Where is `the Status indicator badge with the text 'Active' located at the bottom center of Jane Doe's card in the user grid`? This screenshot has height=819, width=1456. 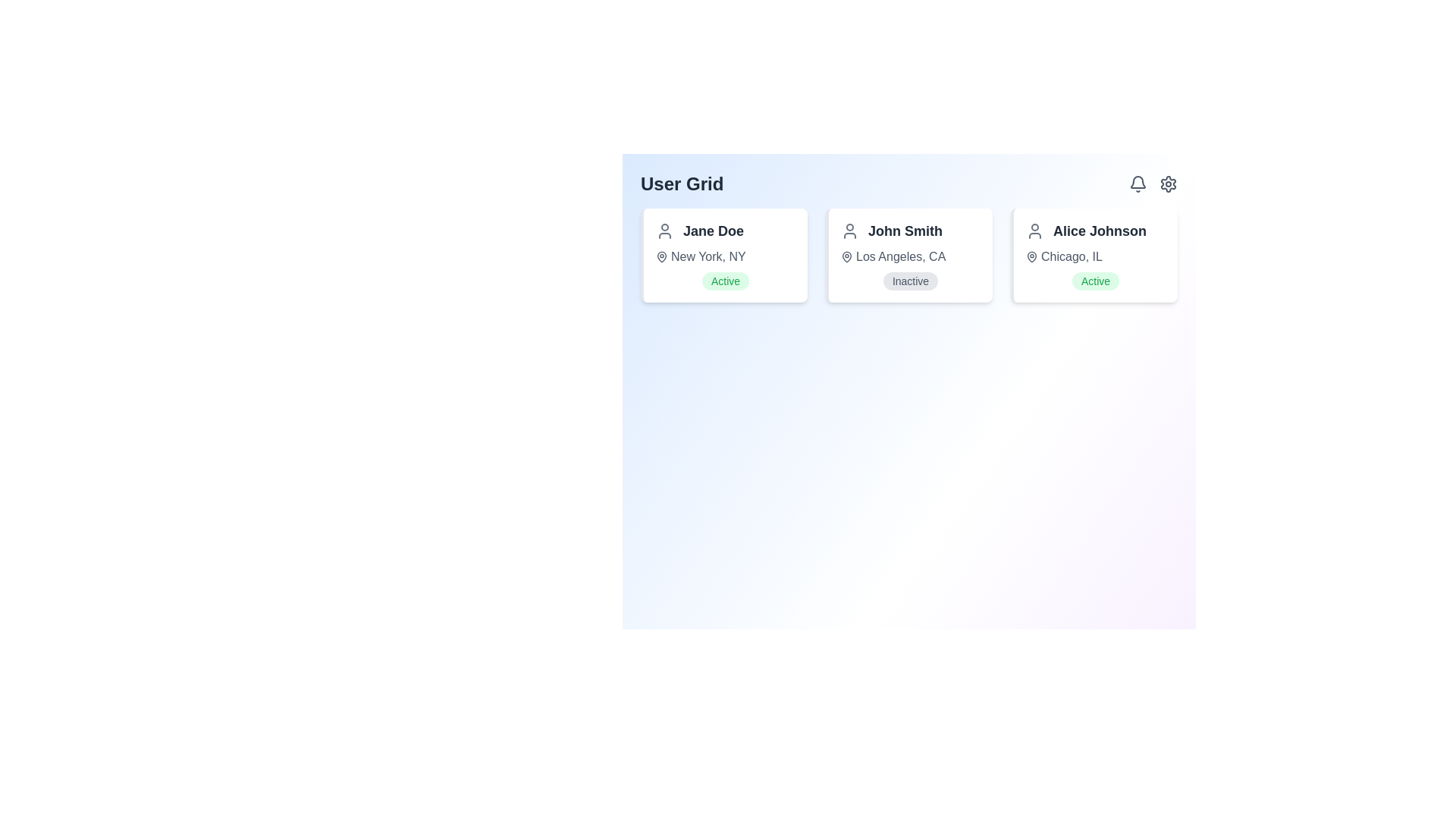
the Status indicator badge with the text 'Active' located at the bottom center of Jane Doe's card in the user grid is located at coordinates (724, 281).